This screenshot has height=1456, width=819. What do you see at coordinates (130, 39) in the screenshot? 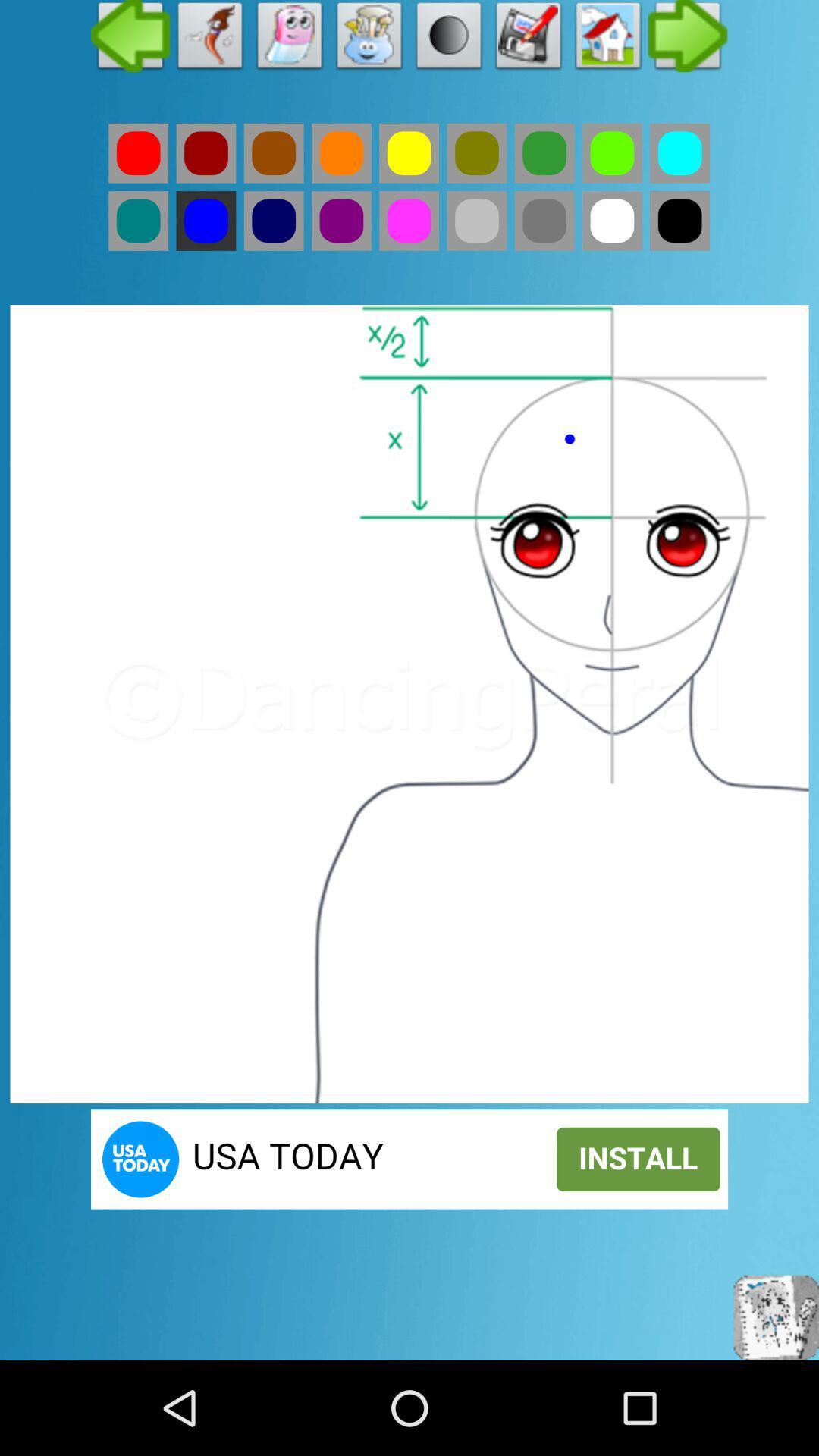
I see `previous menu` at bounding box center [130, 39].